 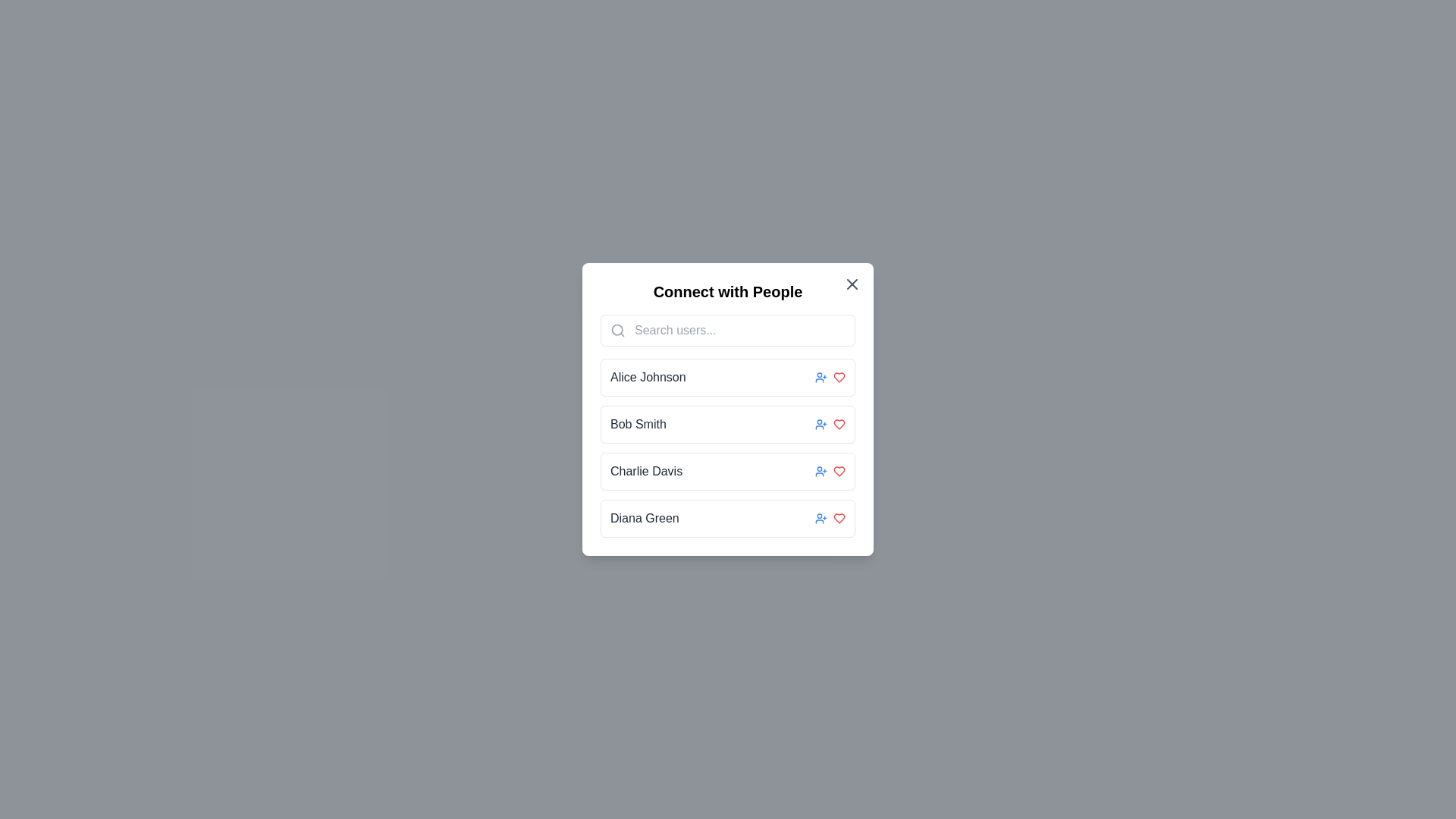 I want to click on the profile entry for 'Diana Green', the fourth item in the vertical list of profiles, so click(x=728, y=517).